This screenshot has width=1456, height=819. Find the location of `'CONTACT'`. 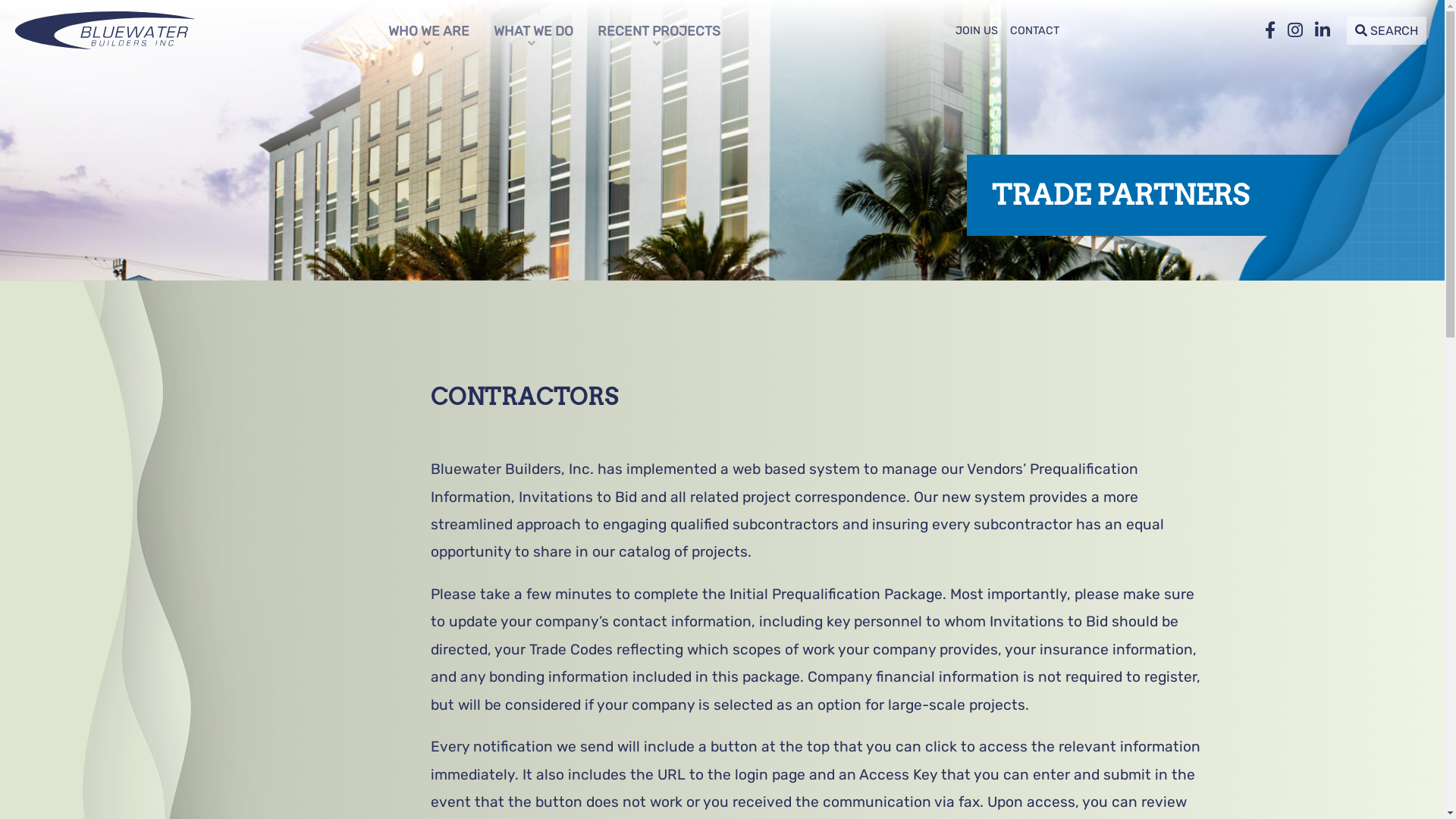

'CONTACT' is located at coordinates (1034, 31).